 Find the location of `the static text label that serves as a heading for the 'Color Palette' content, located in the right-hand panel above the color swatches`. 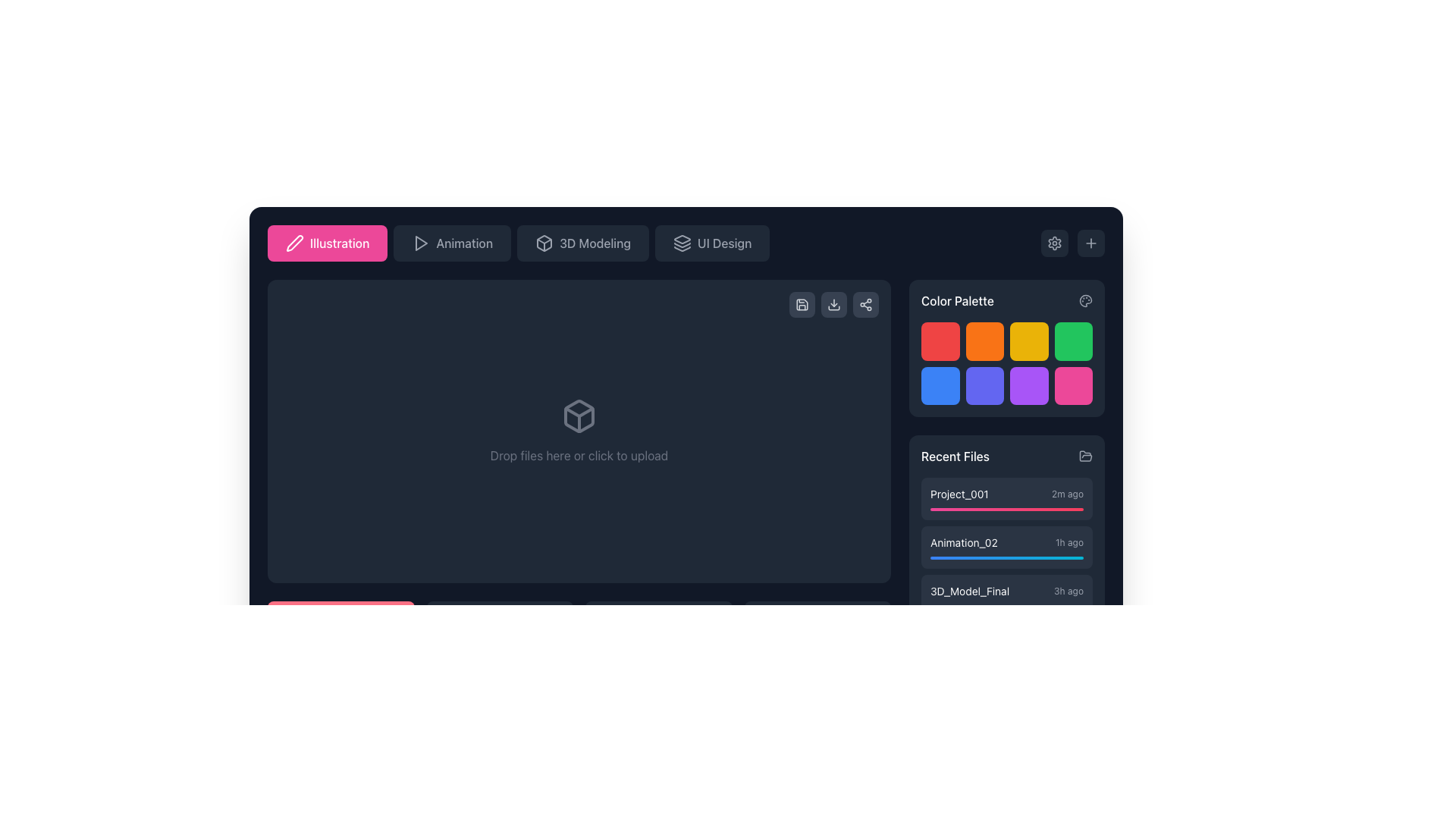

the static text label that serves as a heading for the 'Color Palette' content, located in the right-hand panel above the color swatches is located at coordinates (956, 301).